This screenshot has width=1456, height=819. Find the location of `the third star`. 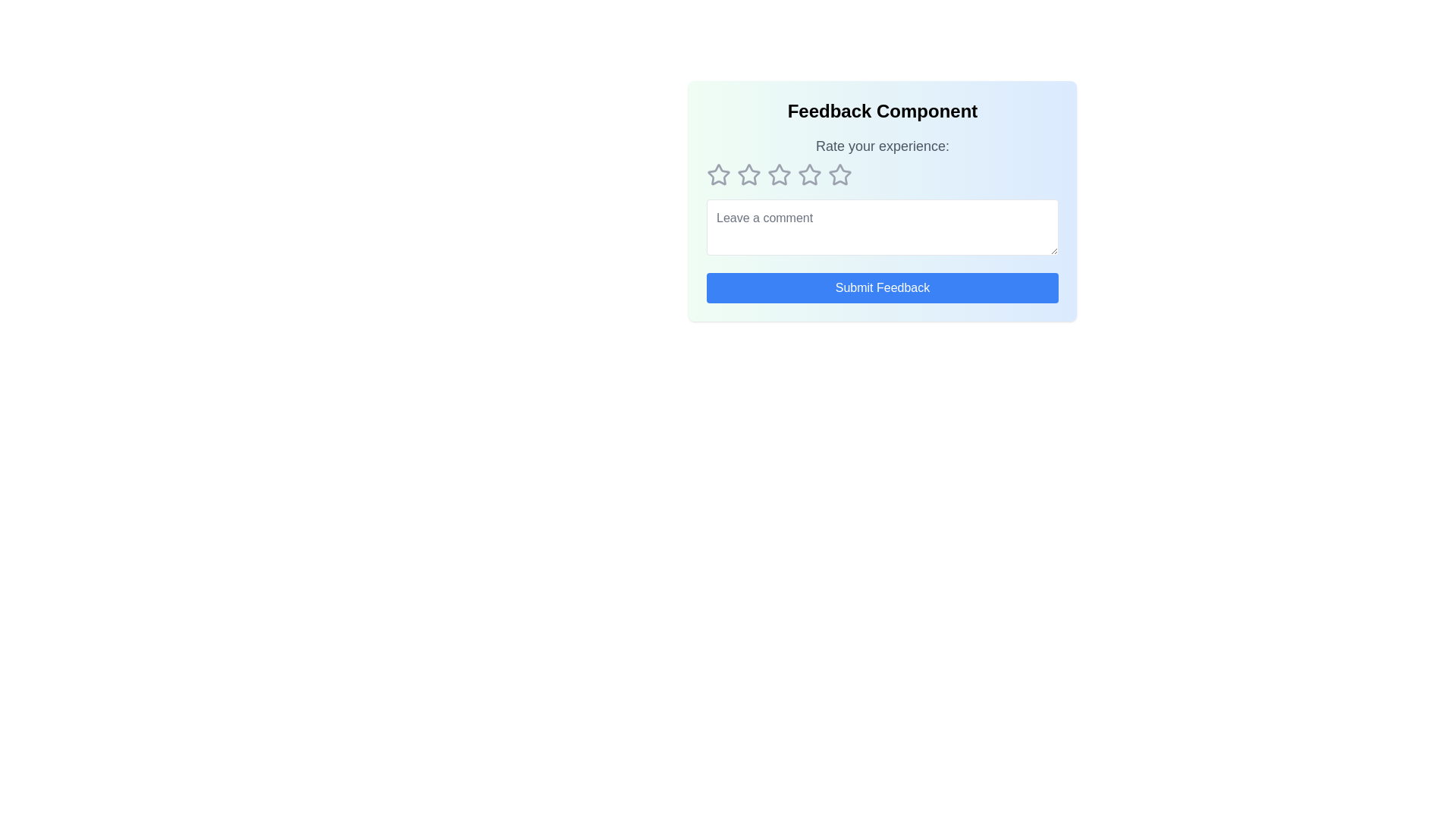

the third star is located at coordinates (809, 174).